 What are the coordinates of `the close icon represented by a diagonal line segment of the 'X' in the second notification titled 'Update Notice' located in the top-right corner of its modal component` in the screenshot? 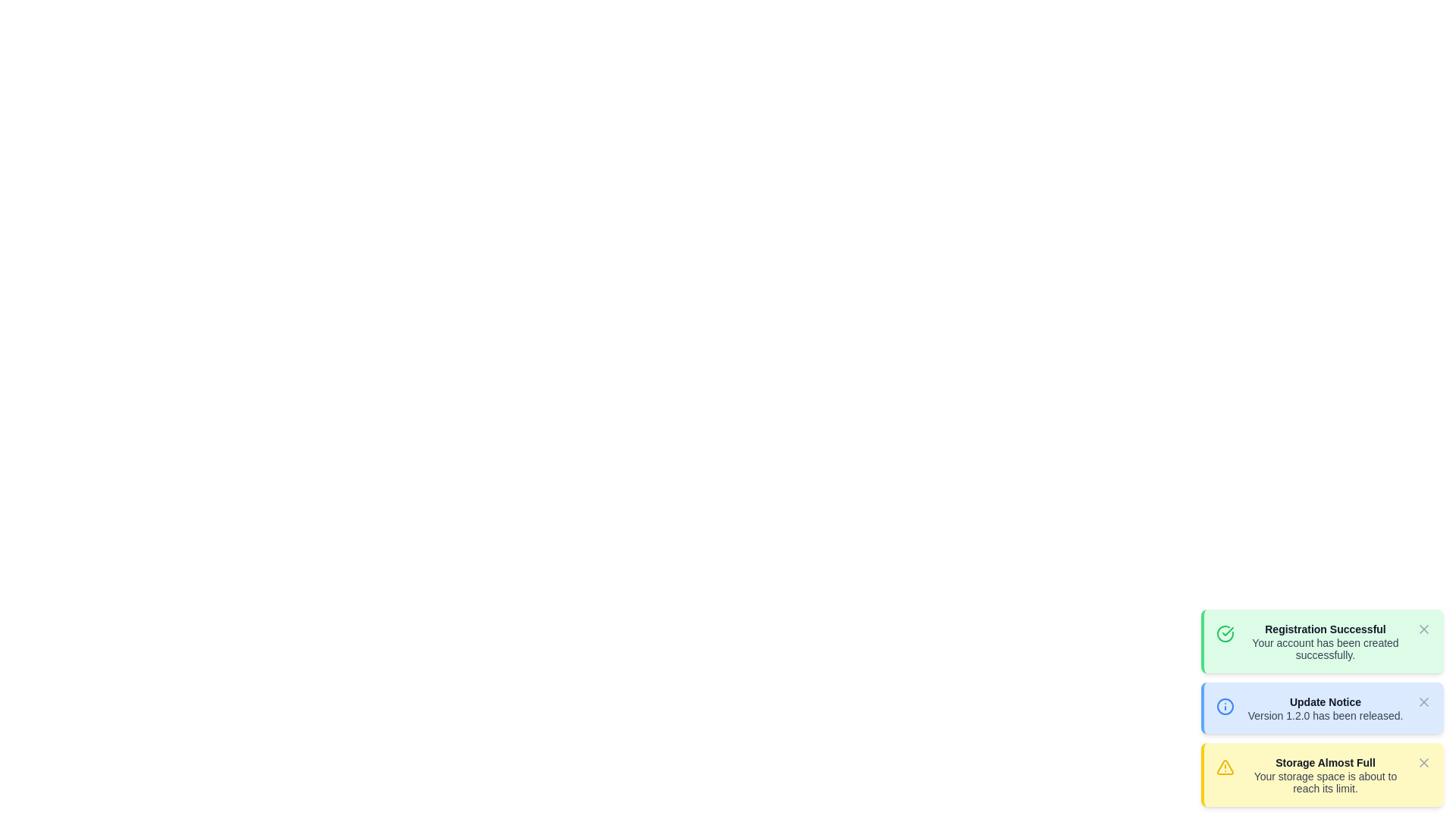 It's located at (1423, 701).